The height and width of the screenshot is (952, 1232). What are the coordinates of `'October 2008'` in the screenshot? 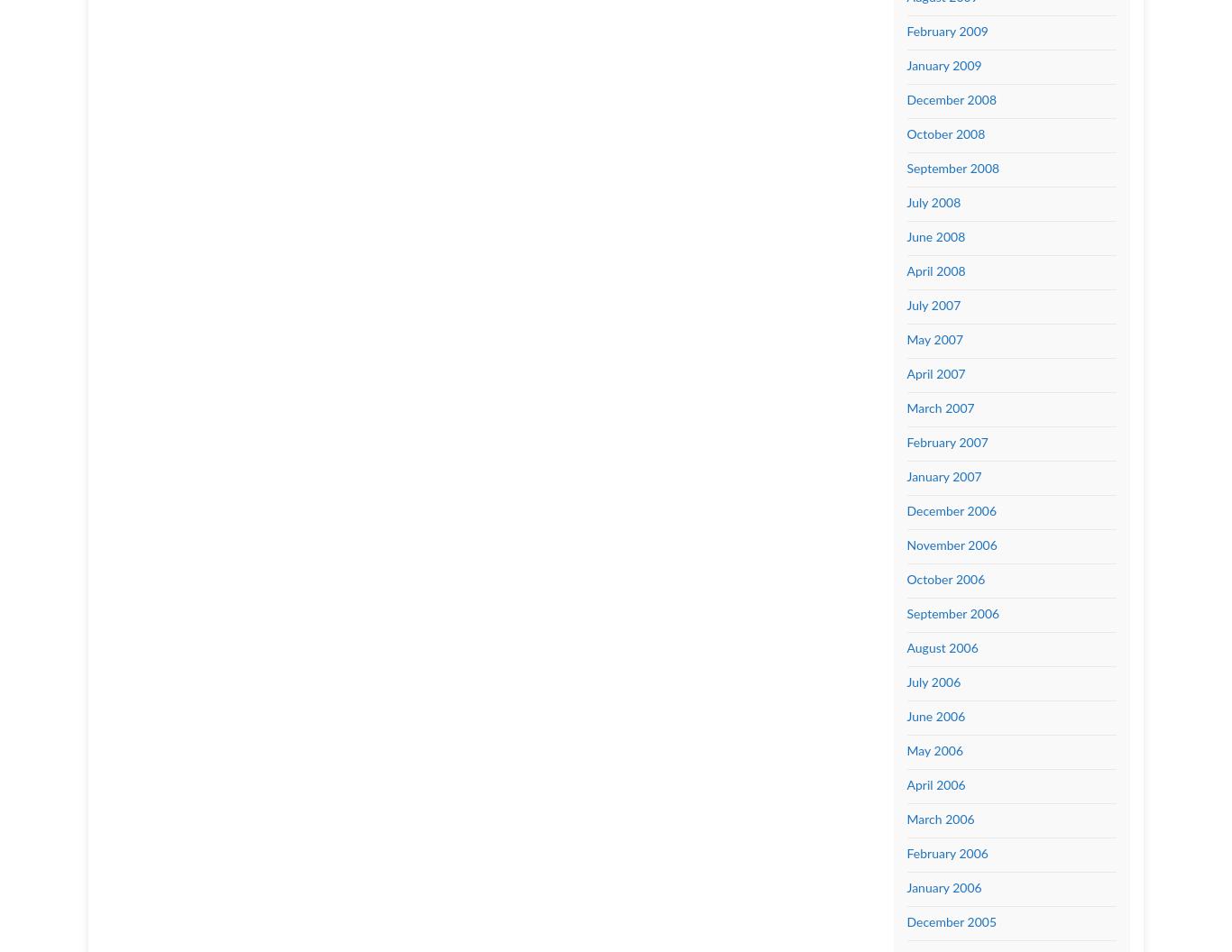 It's located at (944, 134).